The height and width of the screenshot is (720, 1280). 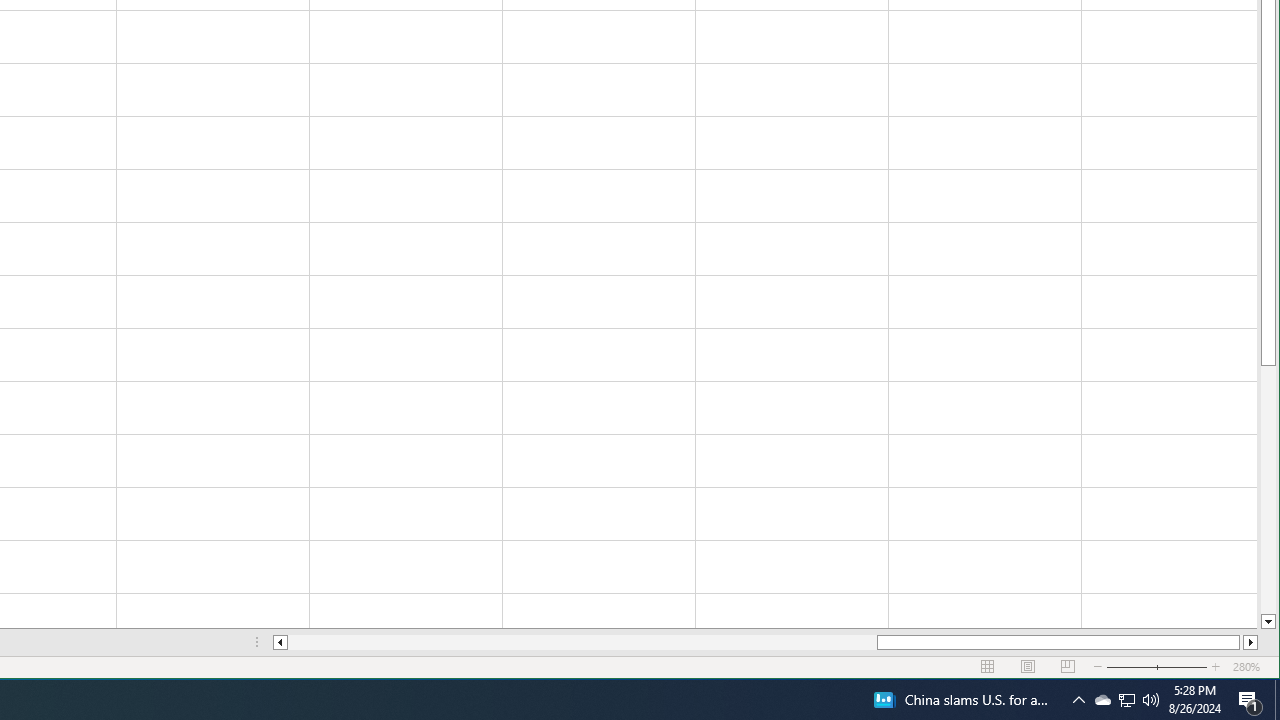 What do you see at coordinates (1067, 667) in the screenshot?
I see `'Page Break Preview'` at bounding box center [1067, 667].